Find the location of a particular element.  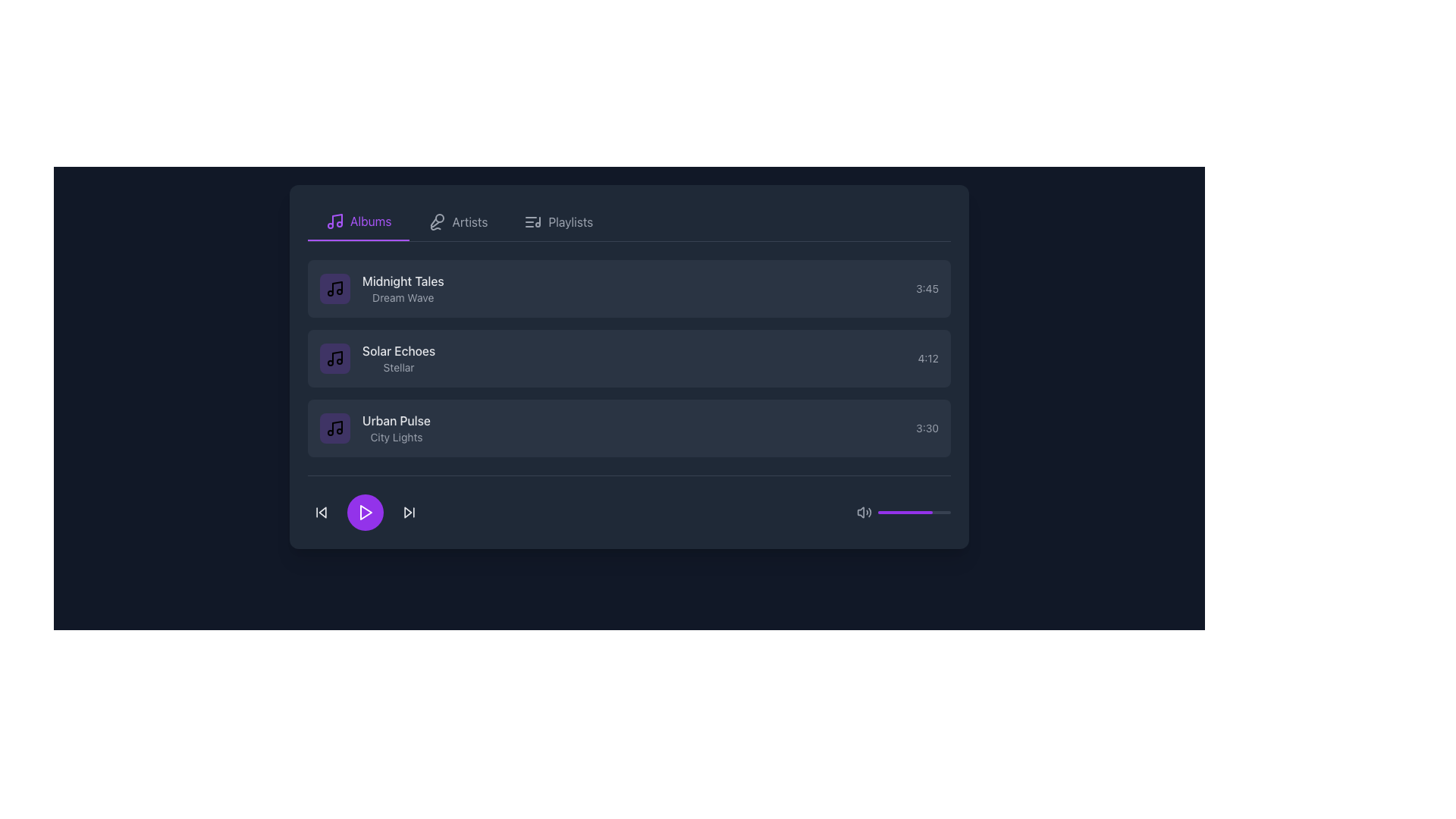

the album or song icon located in the top-left corner of the list item adjacent to the text labels 'Midnight Tales' and 'Dream Wave' is located at coordinates (334, 289).